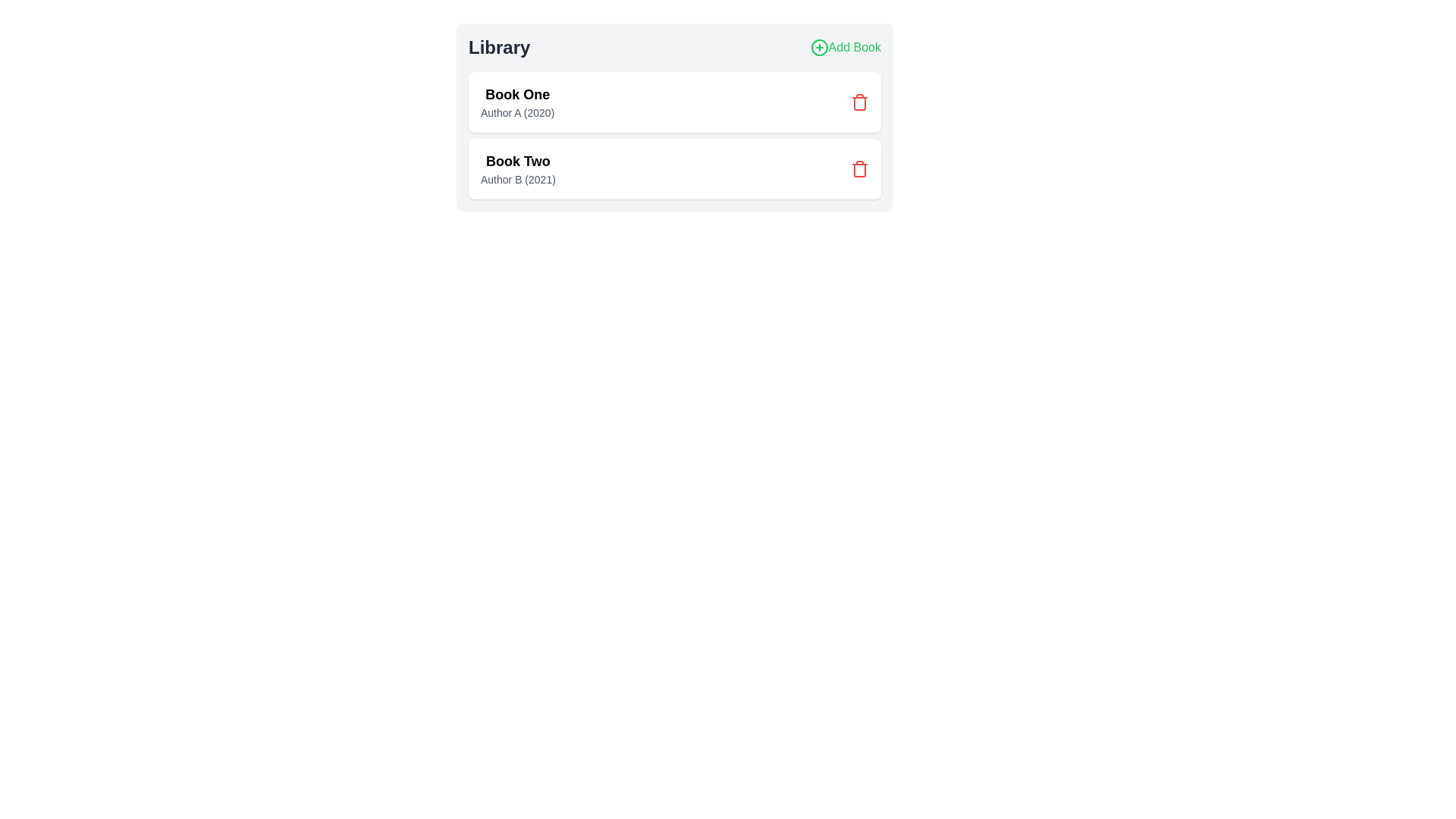 The width and height of the screenshot is (1456, 819). I want to click on the text label displaying 'Book Two', which is styled as a bold header and located above the descriptive text 'Author B (2021)' in the second card of the list structure, so click(518, 161).